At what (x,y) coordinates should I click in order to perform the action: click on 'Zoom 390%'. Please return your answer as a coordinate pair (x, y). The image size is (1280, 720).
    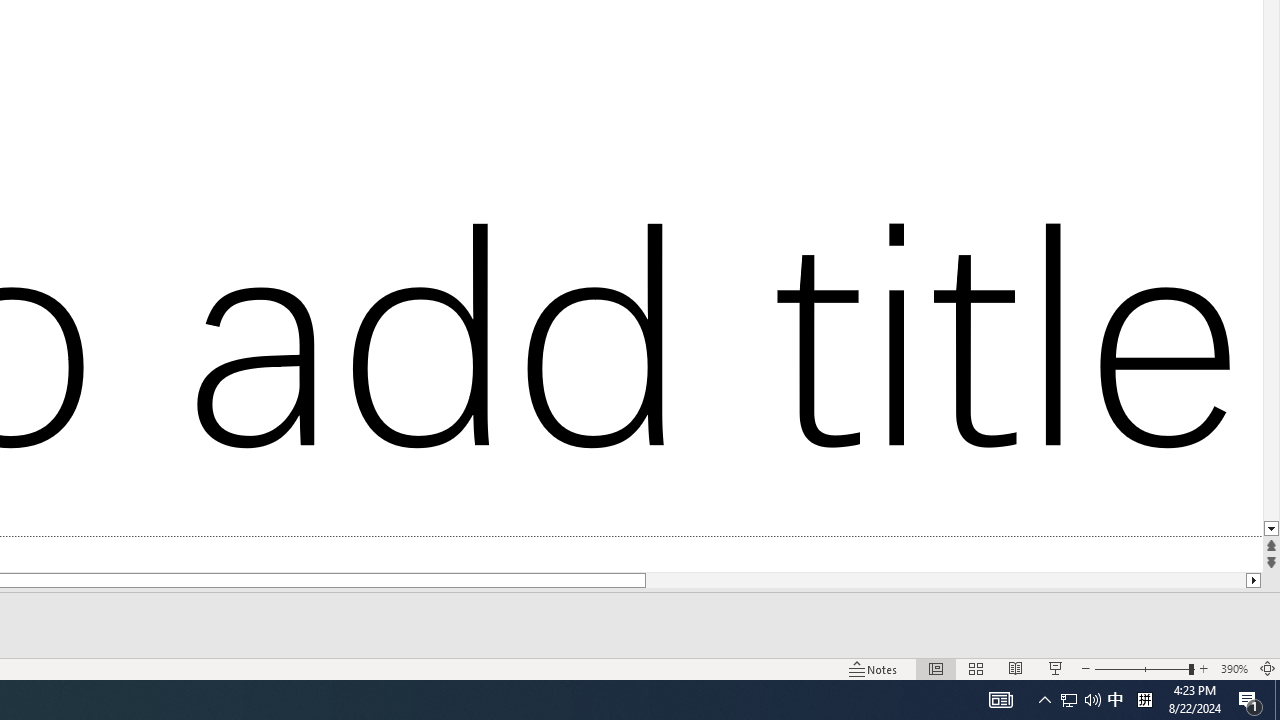
    Looking at the image, I should click on (1233, 669).